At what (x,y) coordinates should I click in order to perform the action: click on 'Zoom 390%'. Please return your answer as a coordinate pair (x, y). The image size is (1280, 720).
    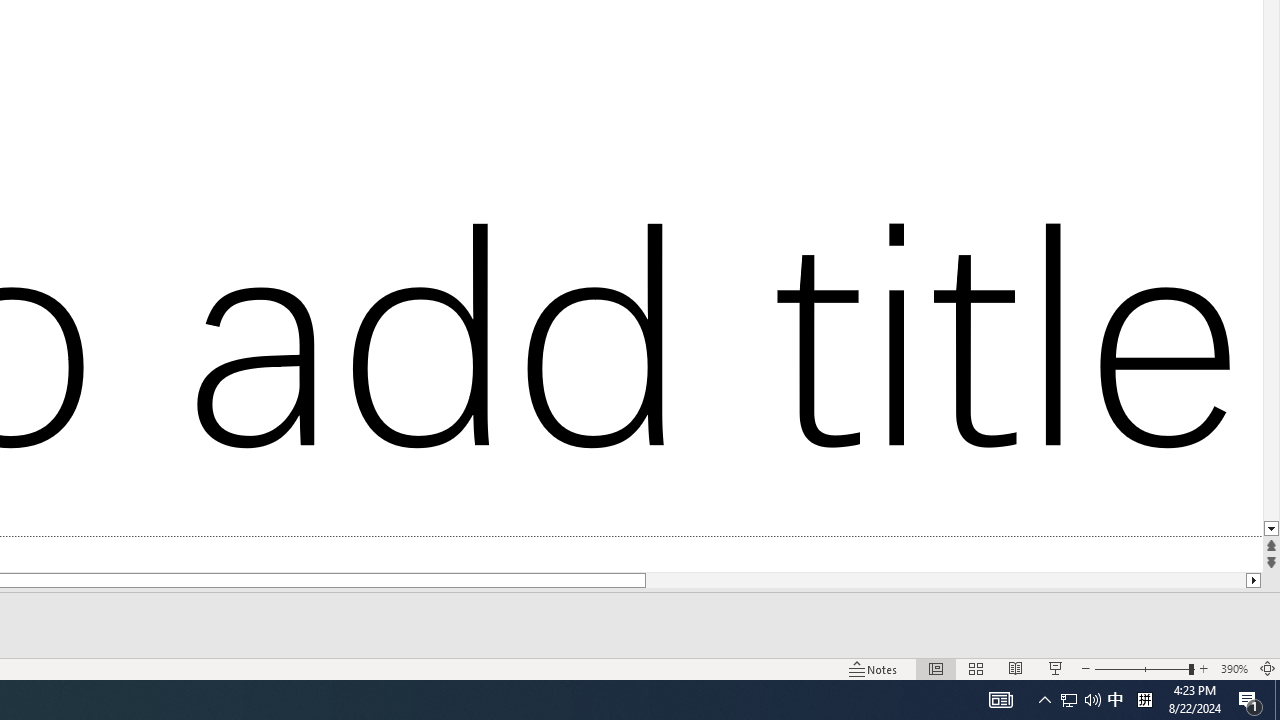
    Looking at the image, I should click on (1233, 669).